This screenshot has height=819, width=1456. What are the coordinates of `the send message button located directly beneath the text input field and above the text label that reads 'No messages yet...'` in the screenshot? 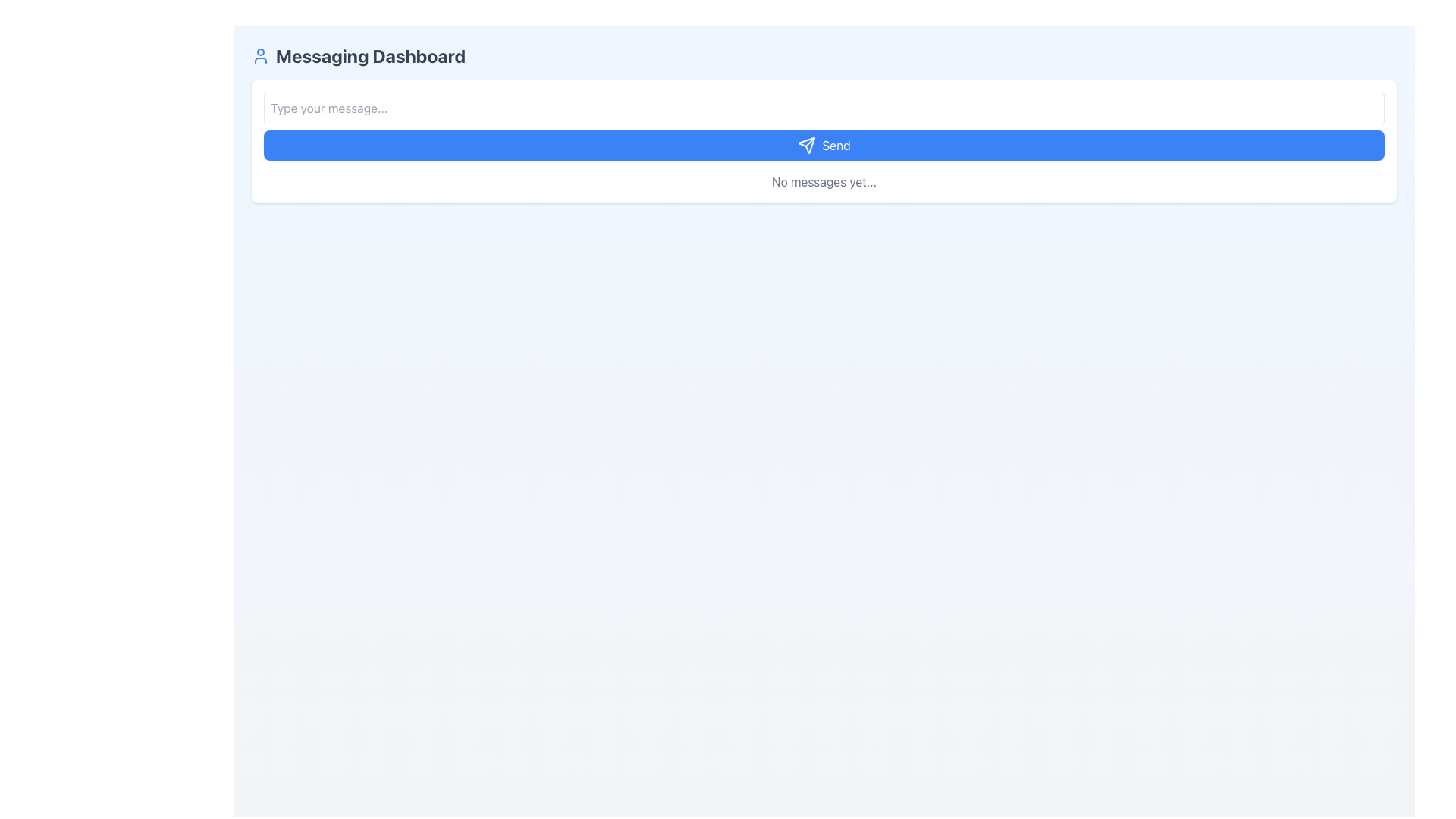 It's located at (823, 125).